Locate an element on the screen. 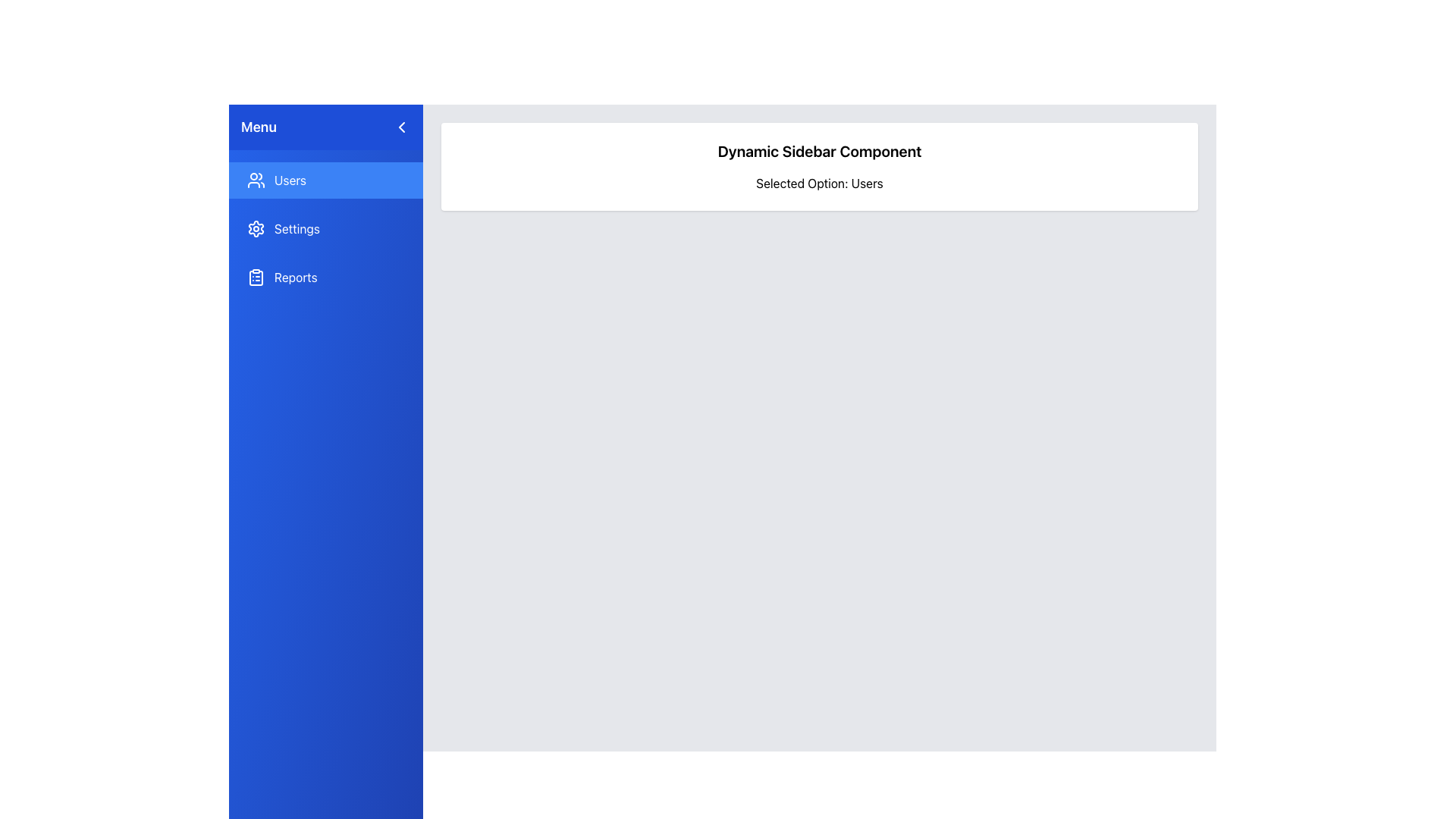  the first button in the vertically arranged sidebar menu is located at coordinates (325, 180).